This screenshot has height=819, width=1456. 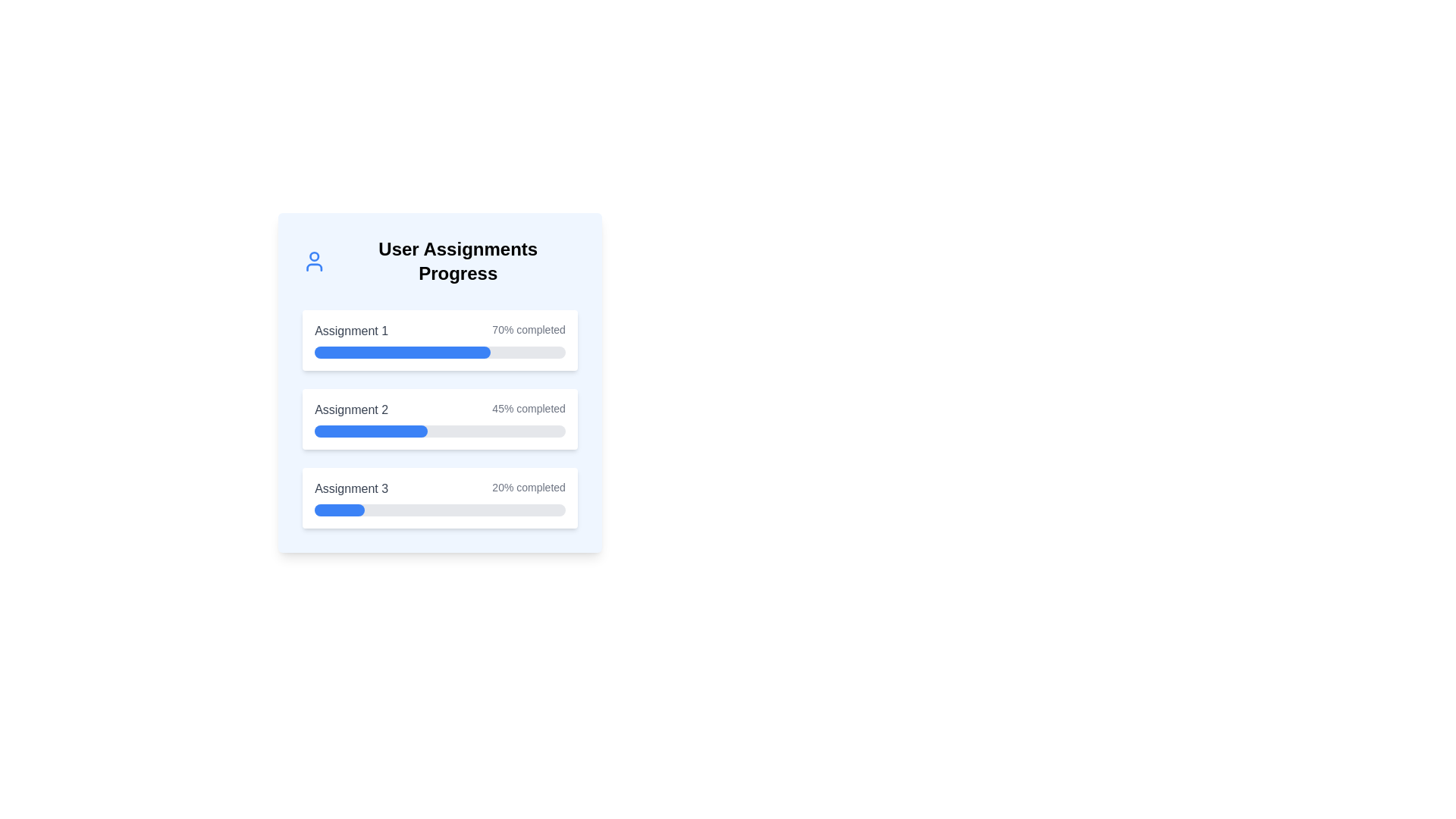 I want to click on the visual representation of the user icon by interacting with the circular component that has a blue border and a white interior, located above the 'User Assignments Progress' text, so click(x=313, y=256).